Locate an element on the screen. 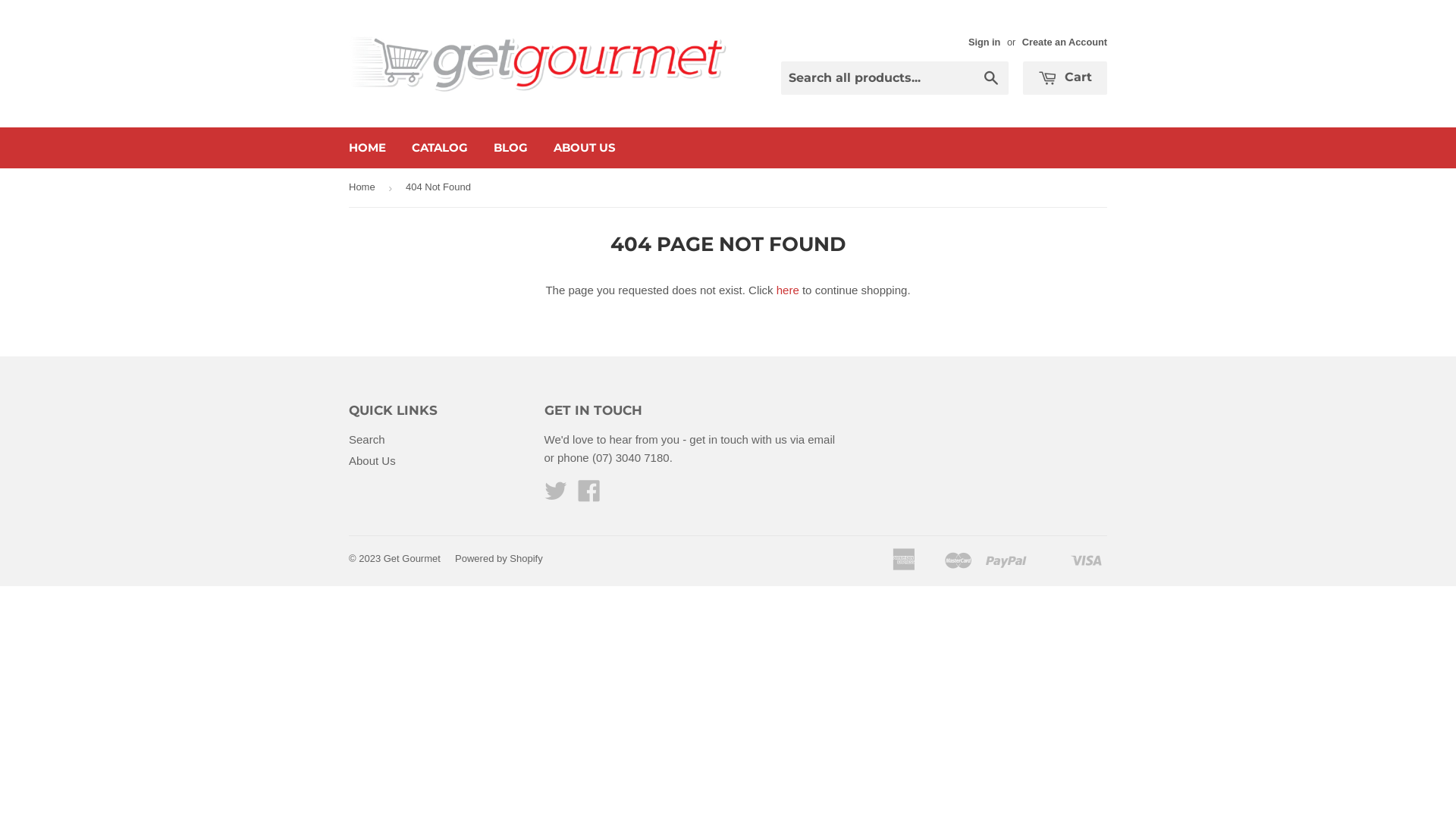  'Cart' is located at coordinates (1064, 78).